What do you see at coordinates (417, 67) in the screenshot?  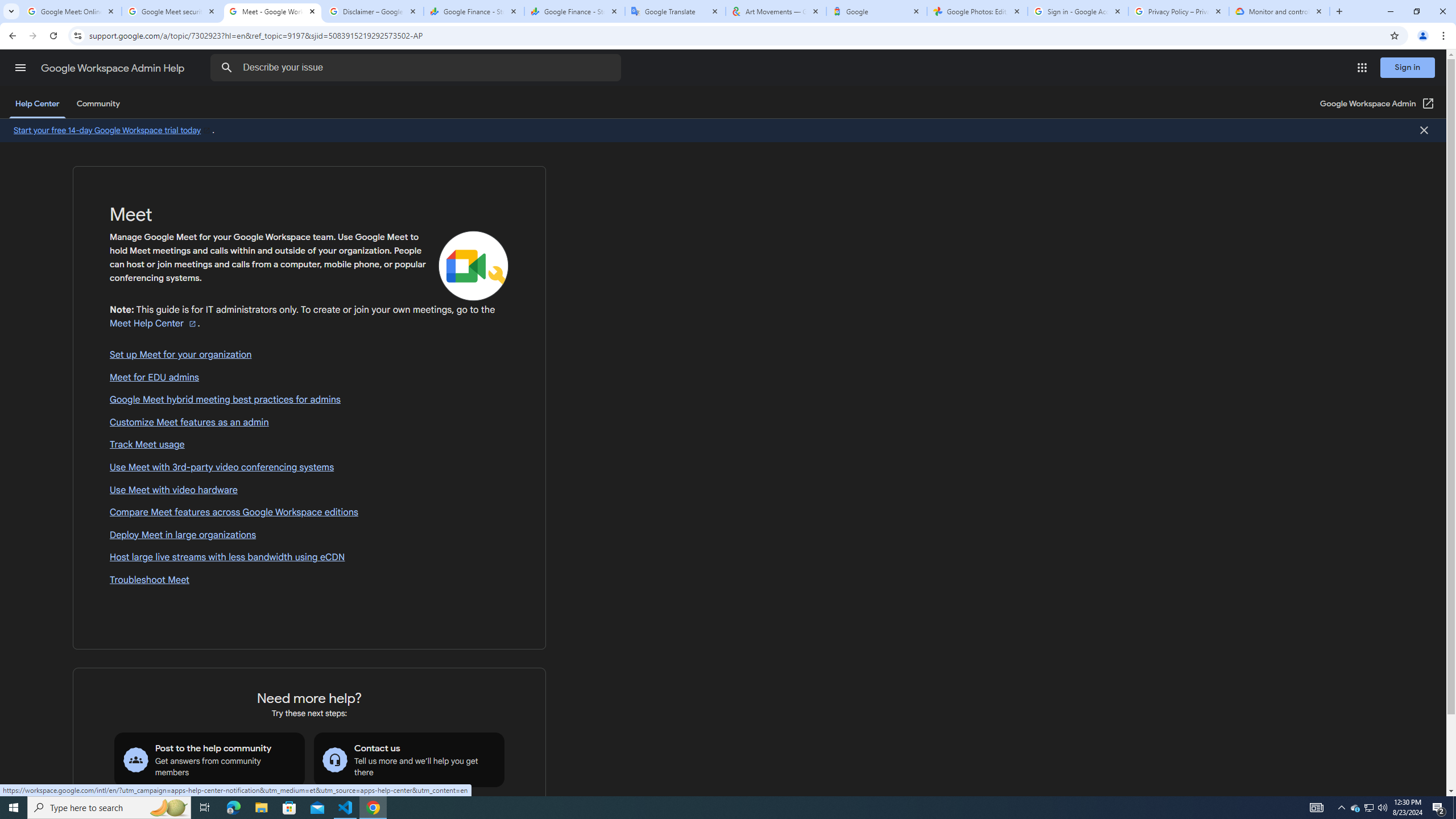 I see `'Describe your issue'` at bounding box center [417, 67].